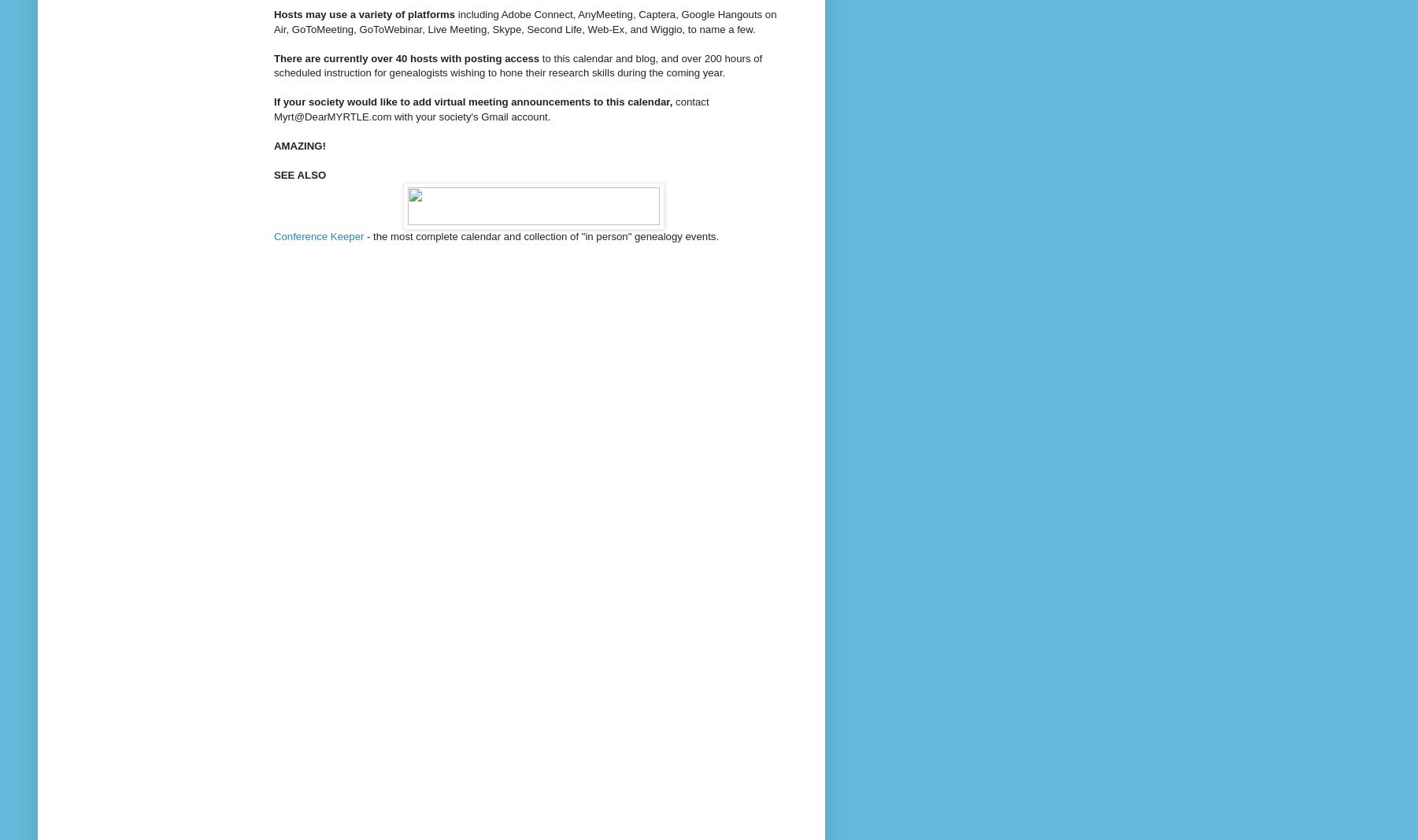 The width and height of the screenshot is (1418, 840). I want to click on '- the most complete calendar and collection of "in person" genealogy events.', so click(540, 236).